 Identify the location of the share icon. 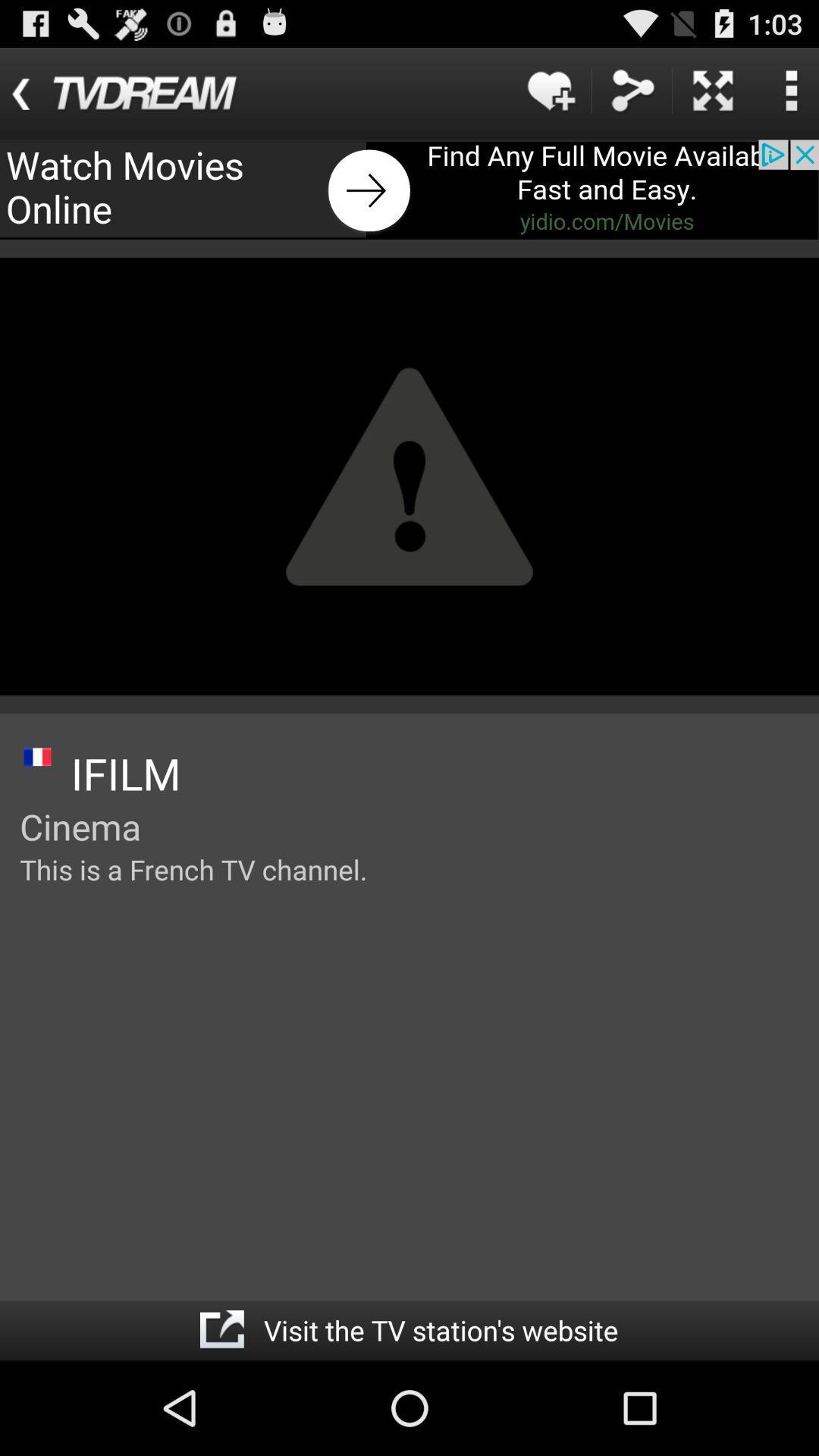
(632, 96).